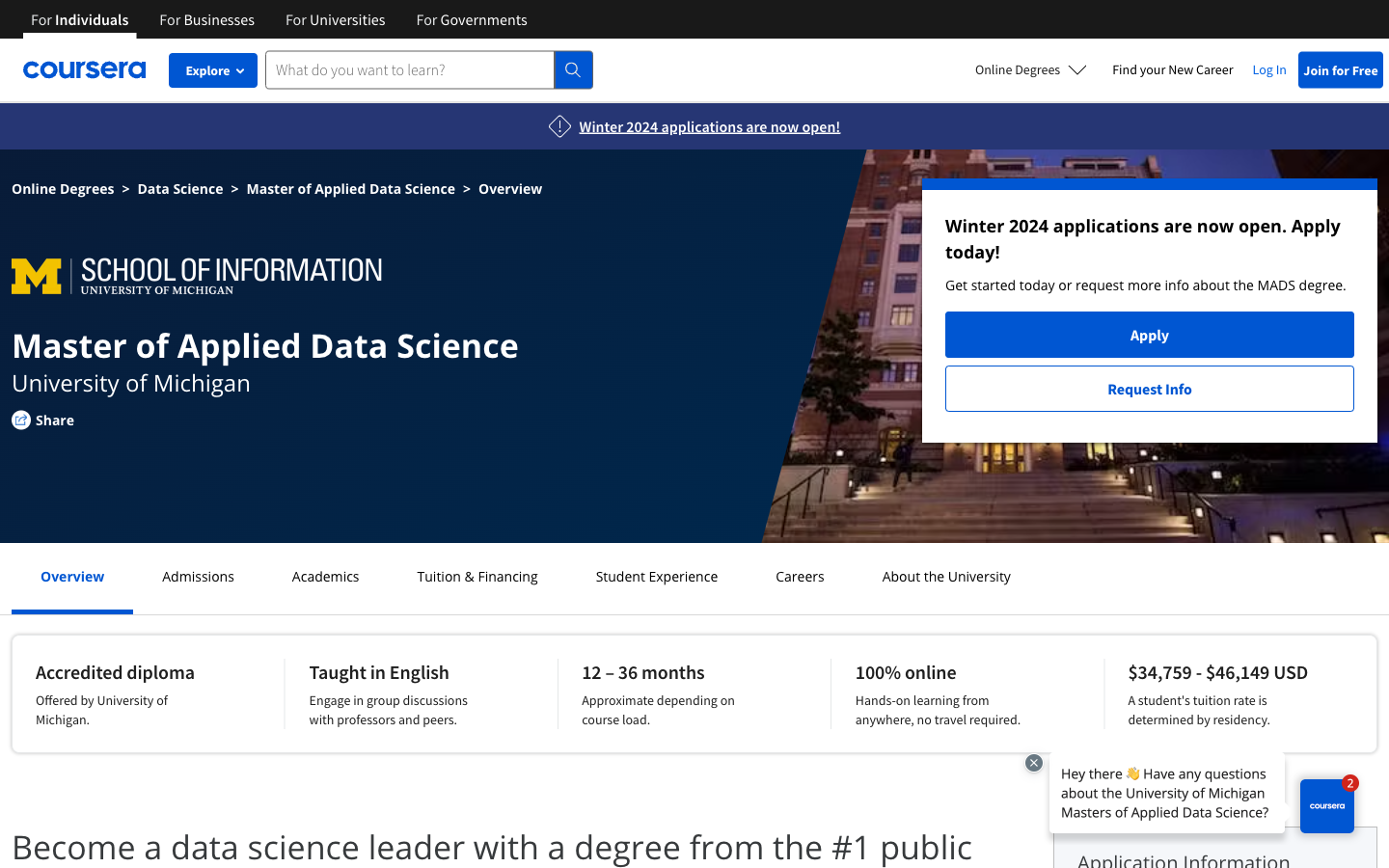  Describe the element at coordinates (180, 188) in the screenshot. I see `the Masters course of Data Science at University of Michigan` at that location.